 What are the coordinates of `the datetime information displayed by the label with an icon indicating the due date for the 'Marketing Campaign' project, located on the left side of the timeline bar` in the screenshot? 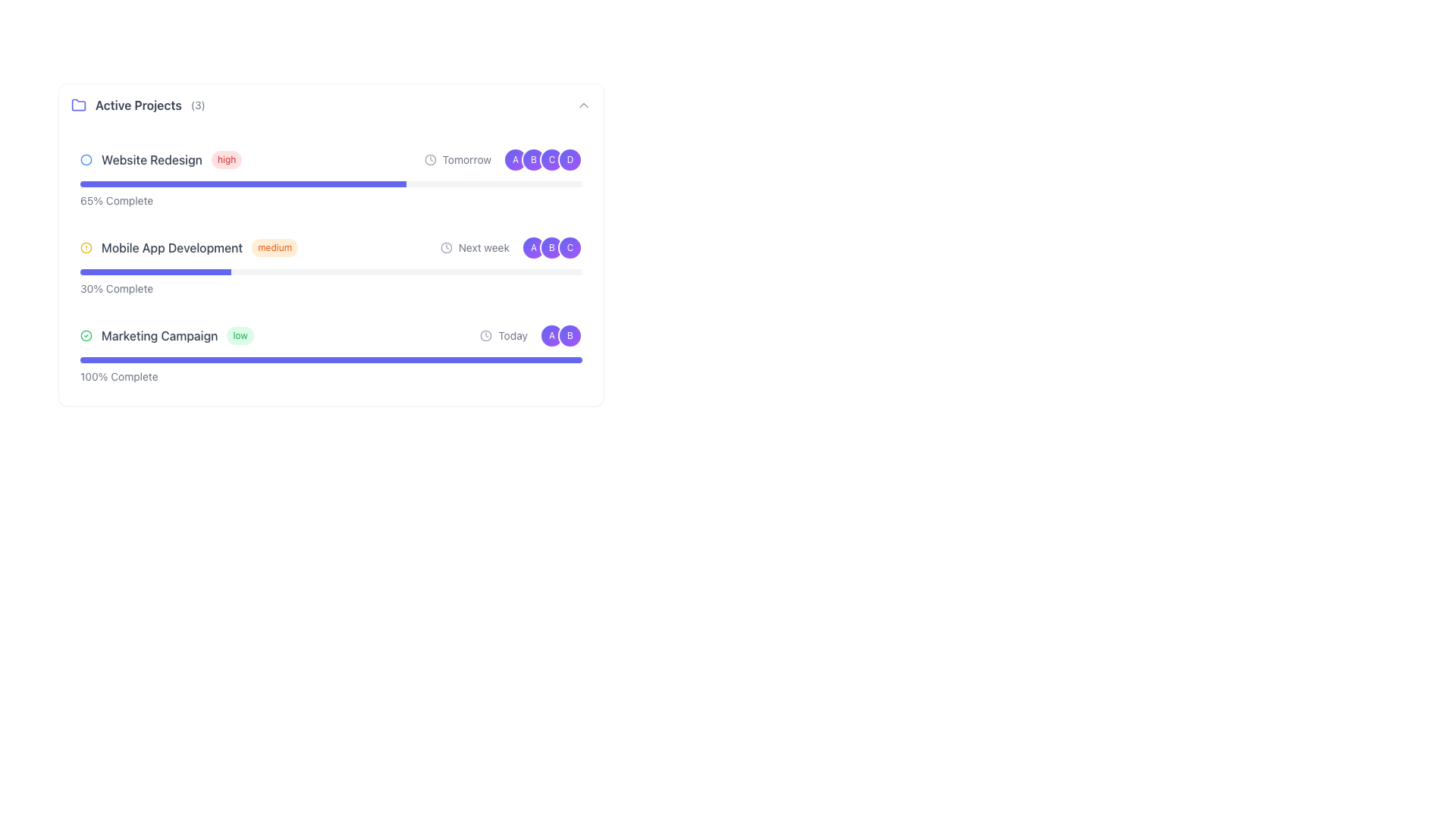 It's located at (504, 335).